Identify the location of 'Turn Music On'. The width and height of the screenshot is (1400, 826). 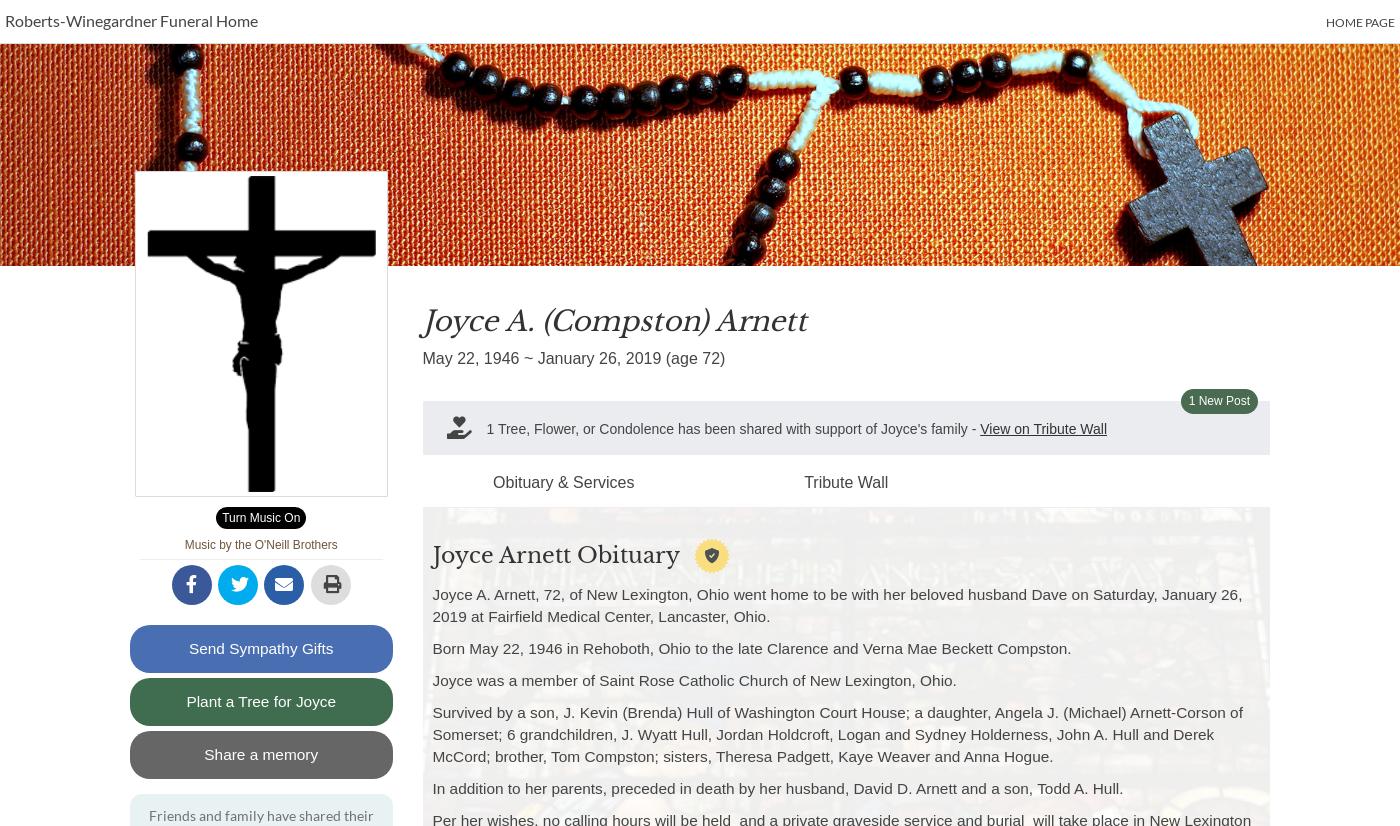
(260, 516).